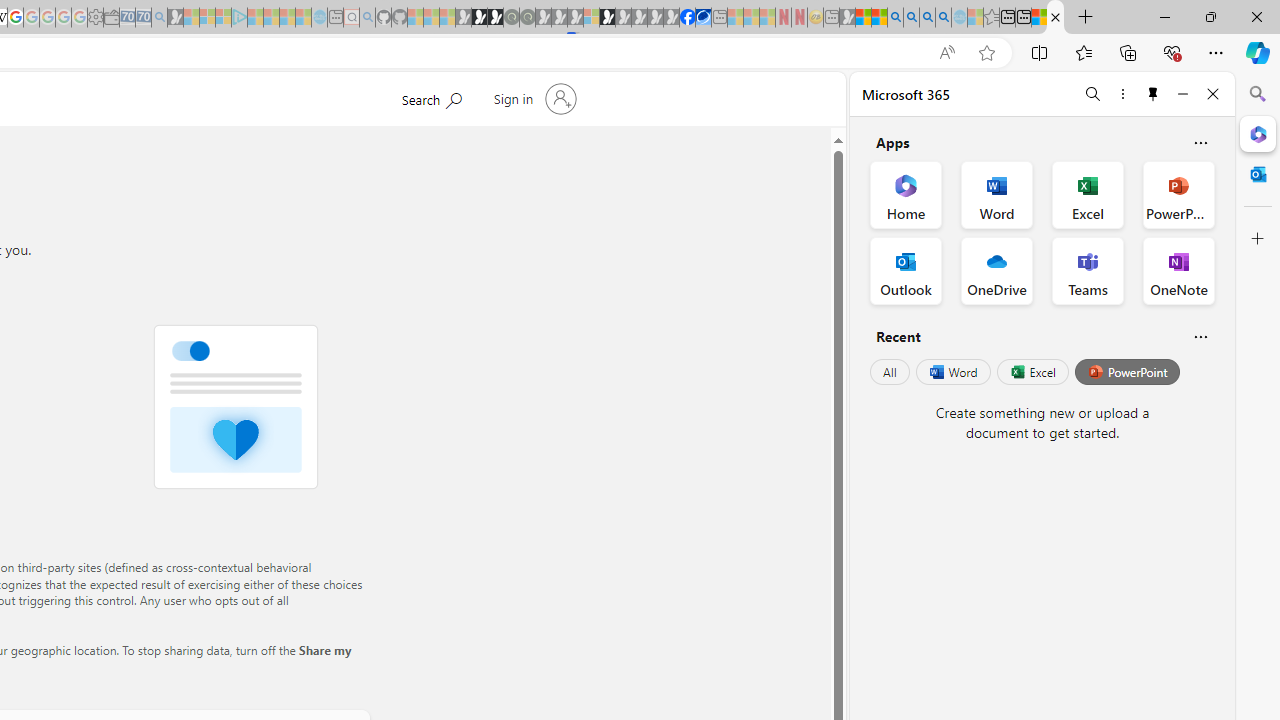 The image size is (1280, 720). Describe the element at coordinates (847, 17) in the screenshot. I see `'MSN - Sleeping'` at that location.